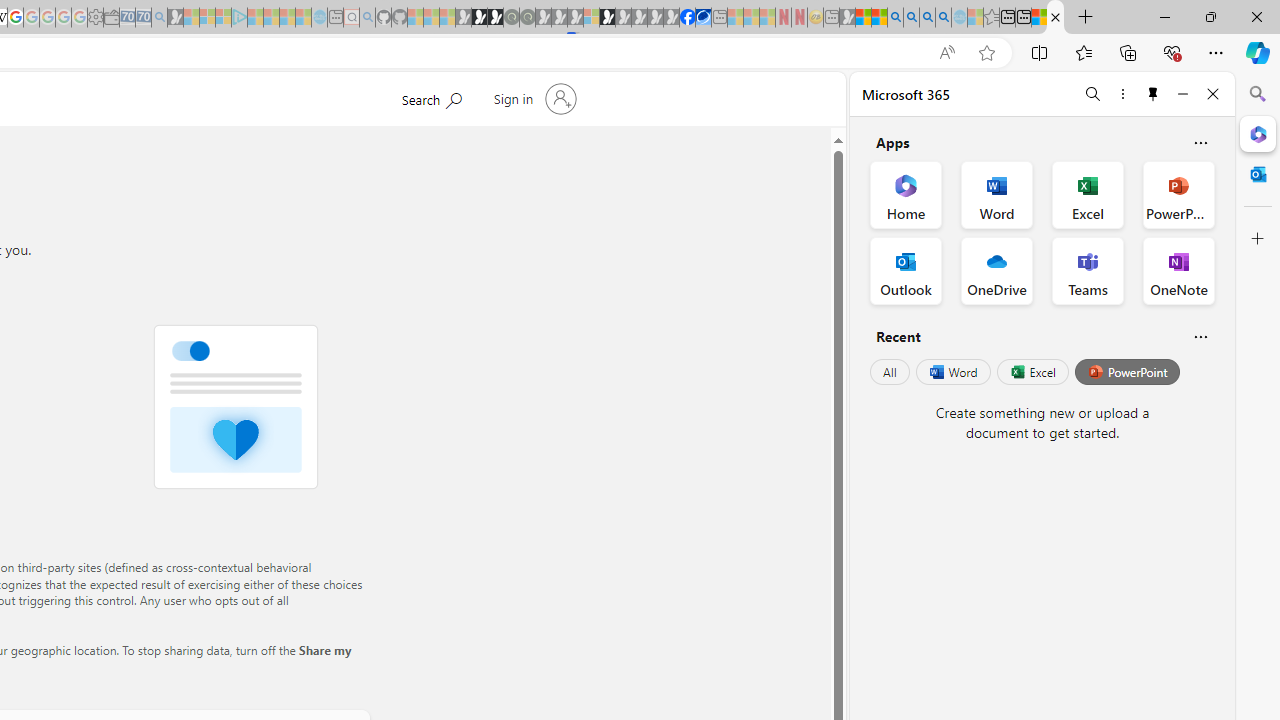 The image size is (1280, 720). Describe the element at coordinates (847, 17) in the screenshot. I see `'MSN - Sleeping'` at that location.